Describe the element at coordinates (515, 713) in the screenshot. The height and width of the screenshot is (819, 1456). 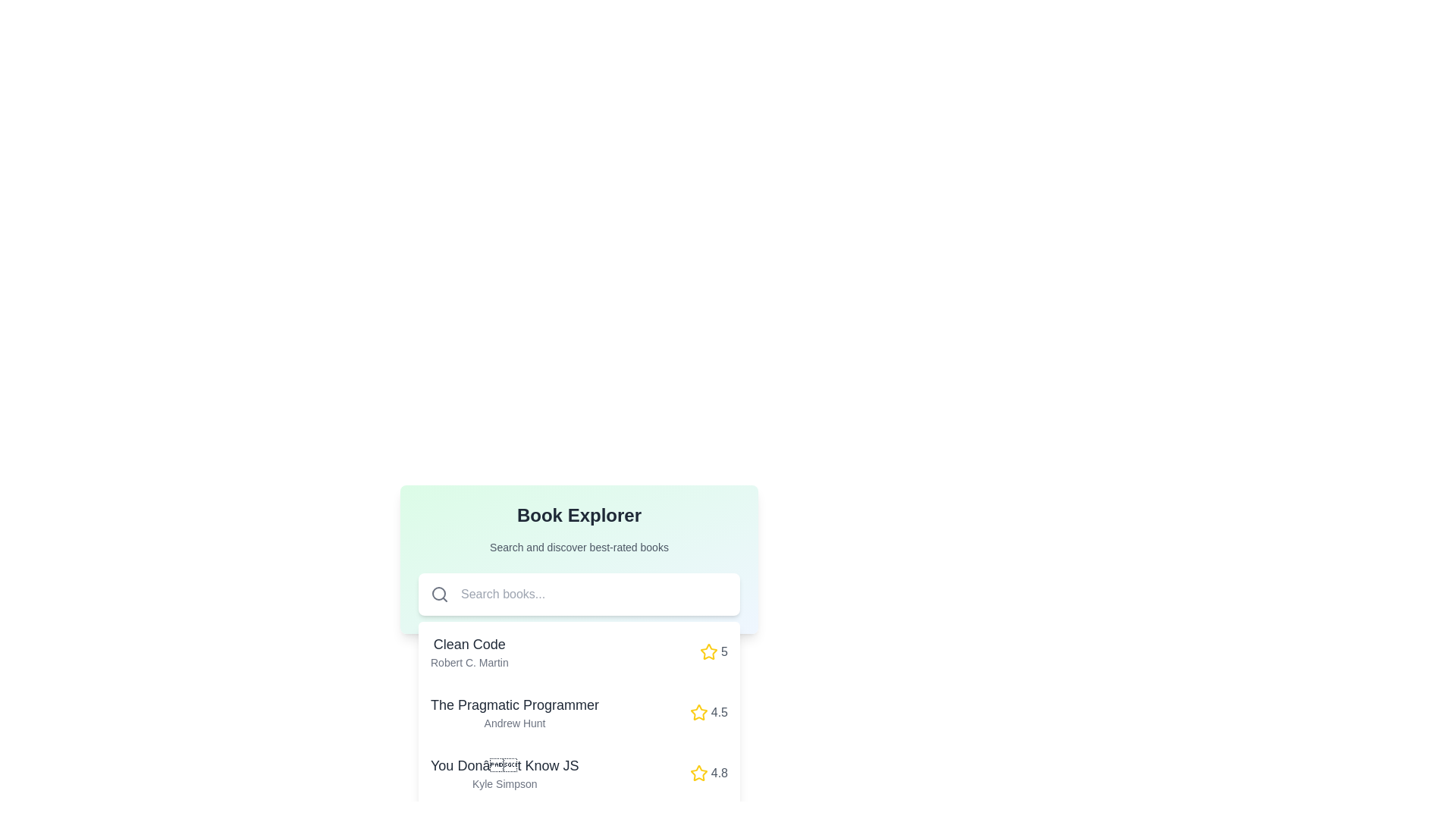
I see `the text label displaying book information, specifically the title and author, located in the 'Book Explorer' section, which is the second item in the list` at that location.